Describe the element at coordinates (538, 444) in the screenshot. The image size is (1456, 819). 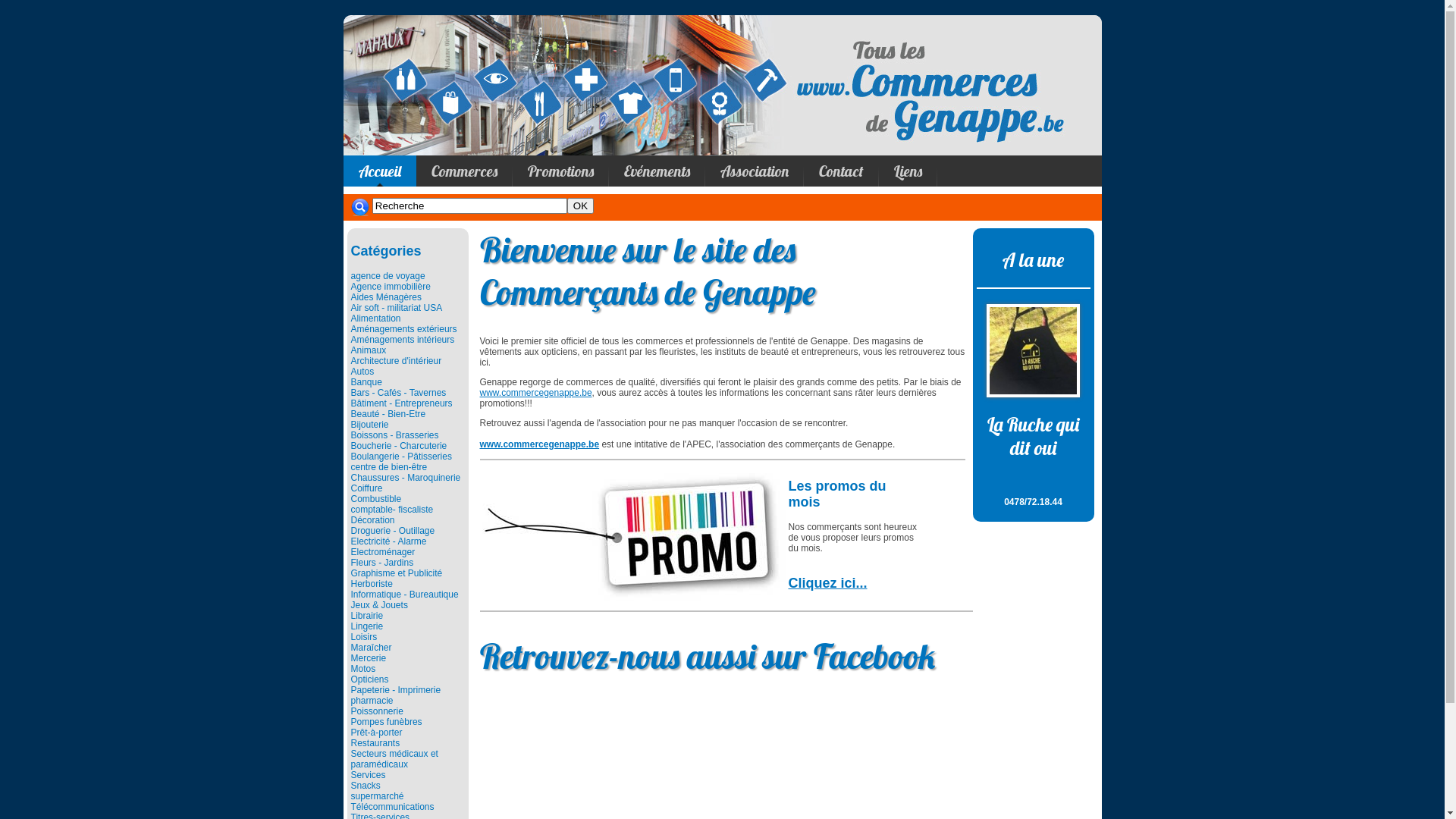
I see `'www.commercegenappe.be'` at that location.